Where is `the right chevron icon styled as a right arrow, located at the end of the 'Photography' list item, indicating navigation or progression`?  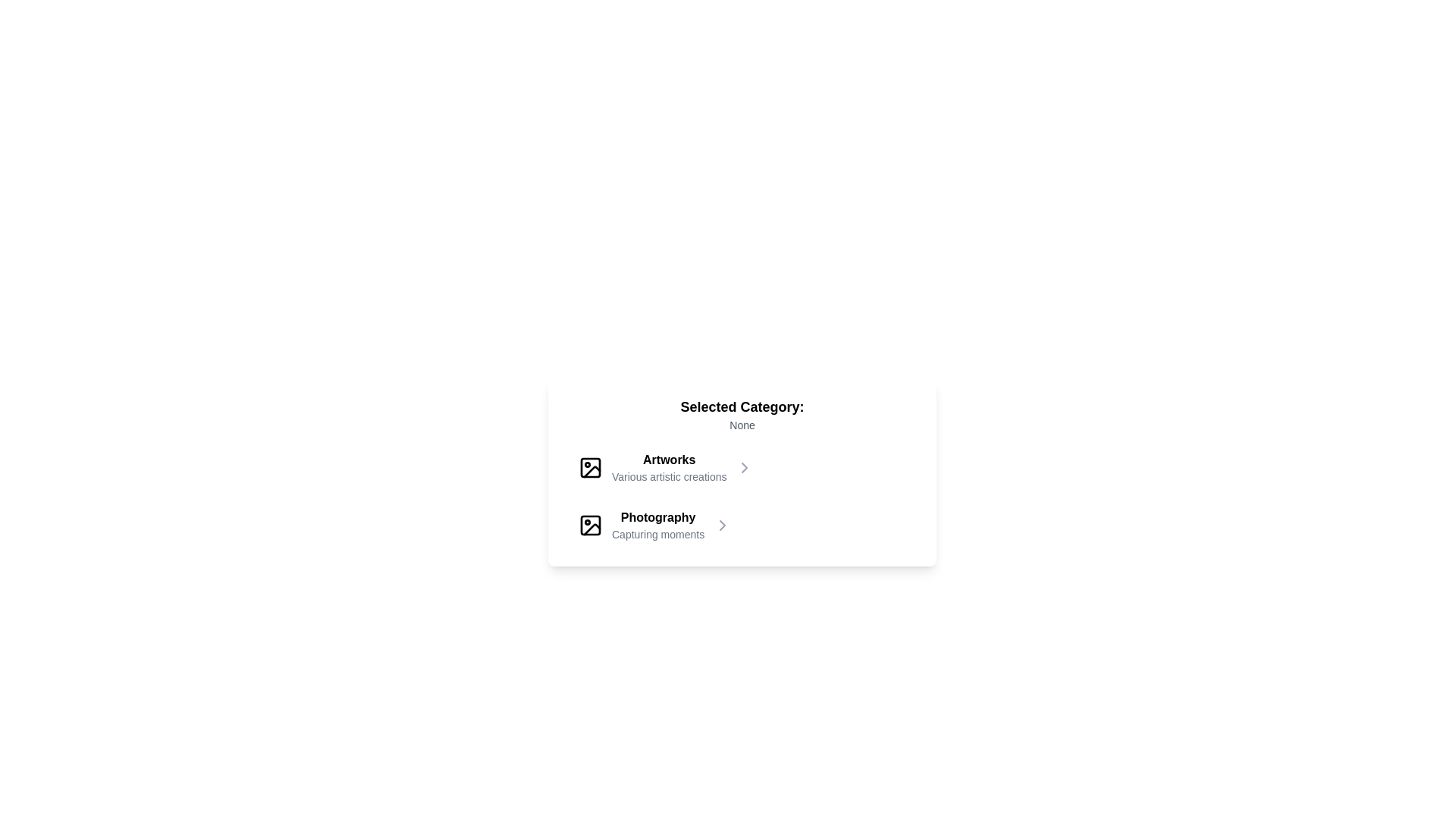
the right chevron icon styled as a right arrow, located at the end of the 'Photography' list item, indicating navigation or progression is located at coordinates (722, 525).